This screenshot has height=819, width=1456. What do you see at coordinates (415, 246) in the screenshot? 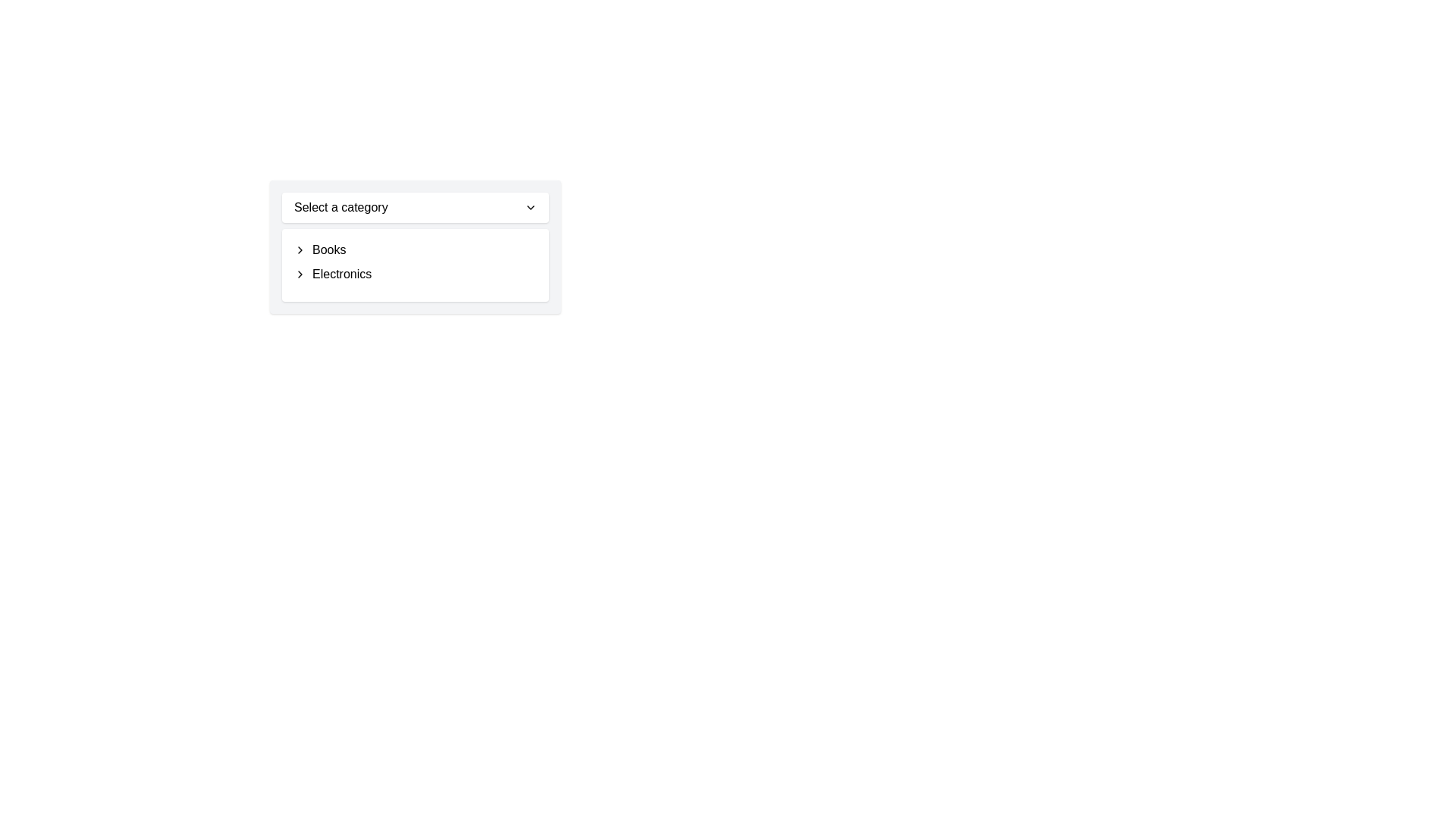
I see `an item from the dropdown menu labeled 'Select a category' by clicking on it` at bounding box center [415, 246].